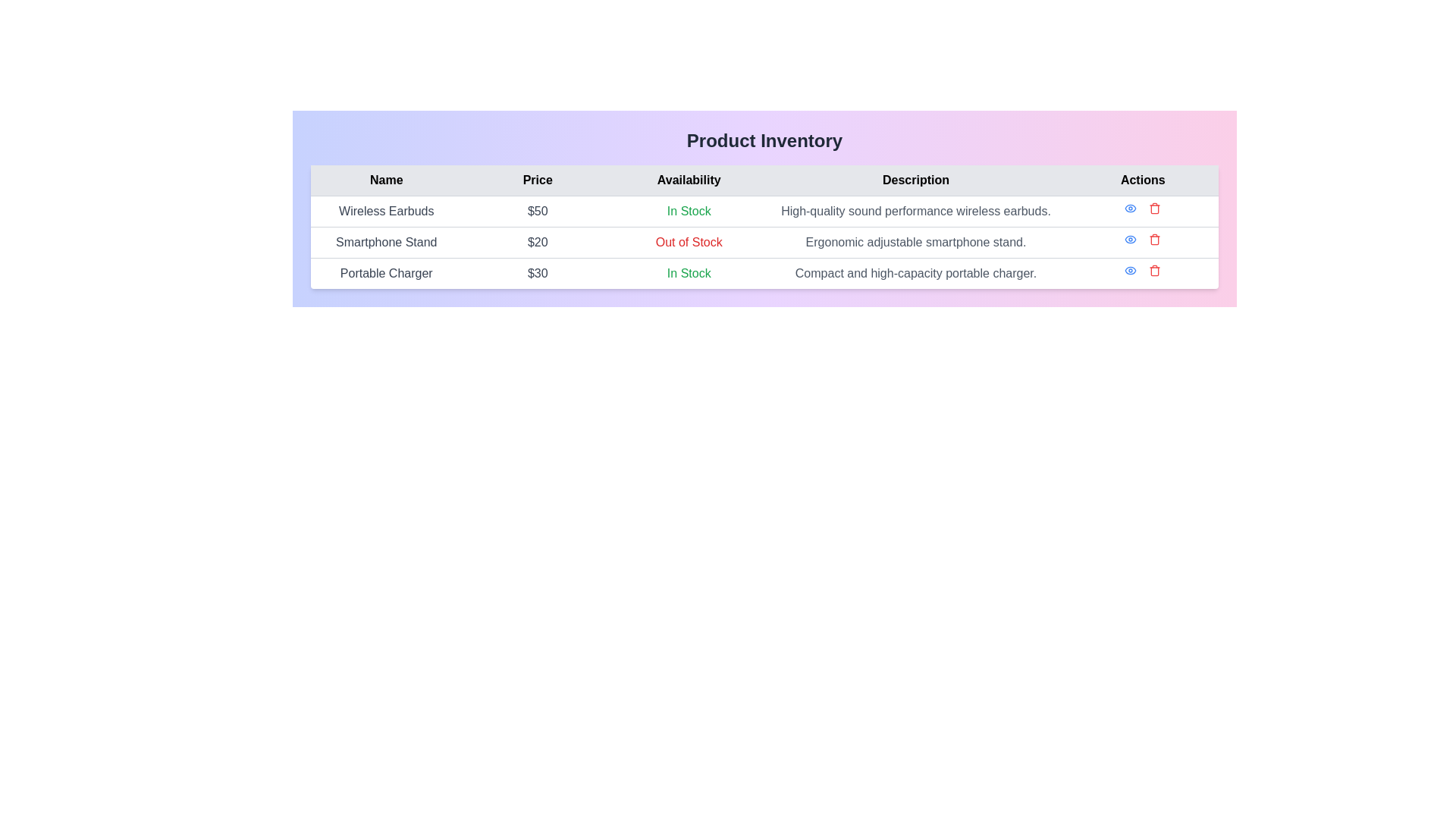 The height and width of the screenshot is (819, 1456). Describe the element at coordinates (915, 271) in the screenshot. I see `the text block displaying 'Compact and high-capacity portable charger' in the 'Description' column of the inventory table` at that location.